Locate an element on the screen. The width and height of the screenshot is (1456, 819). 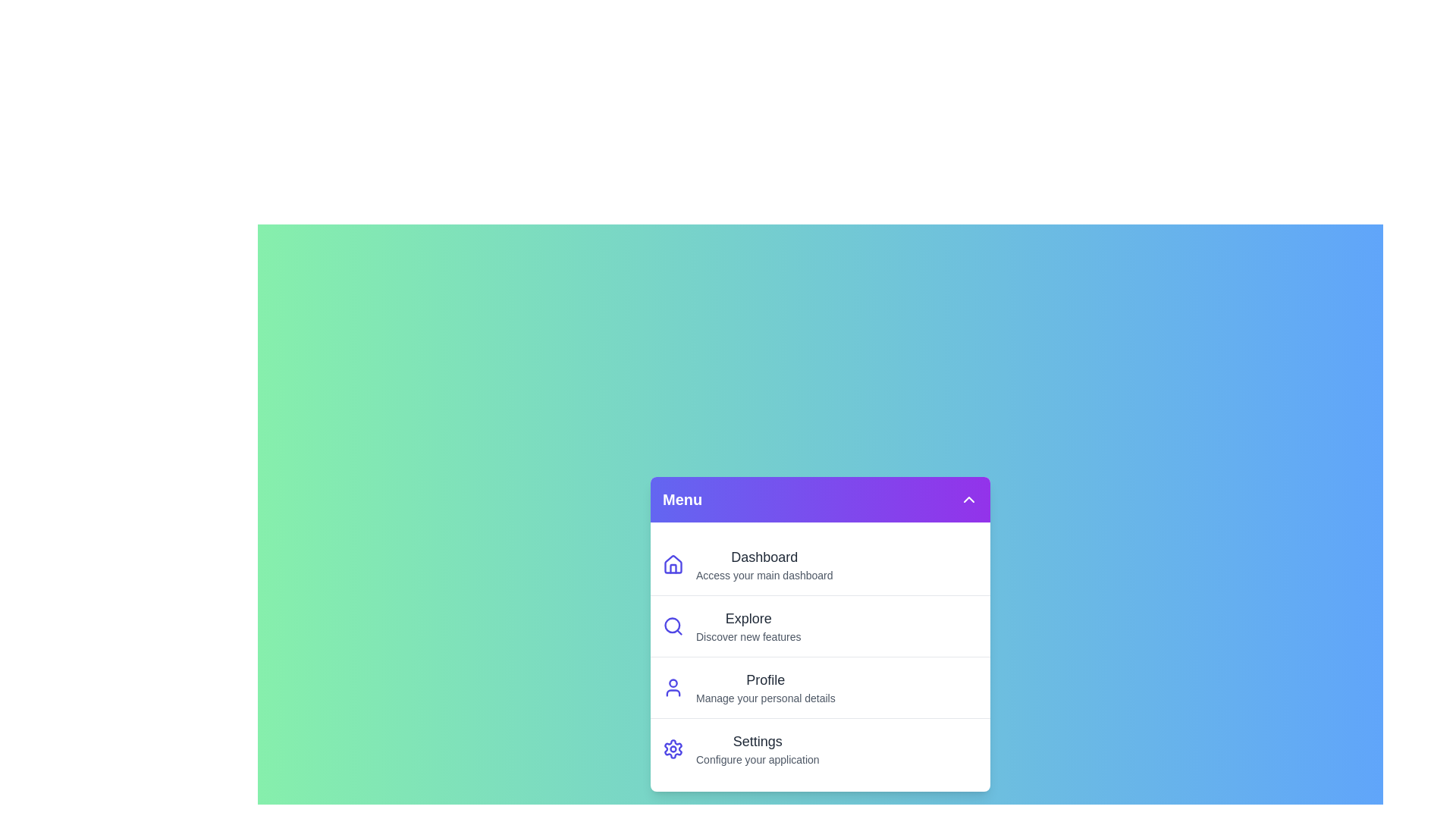
the menu item Profile from the menu is located at coordinates (819, 687).